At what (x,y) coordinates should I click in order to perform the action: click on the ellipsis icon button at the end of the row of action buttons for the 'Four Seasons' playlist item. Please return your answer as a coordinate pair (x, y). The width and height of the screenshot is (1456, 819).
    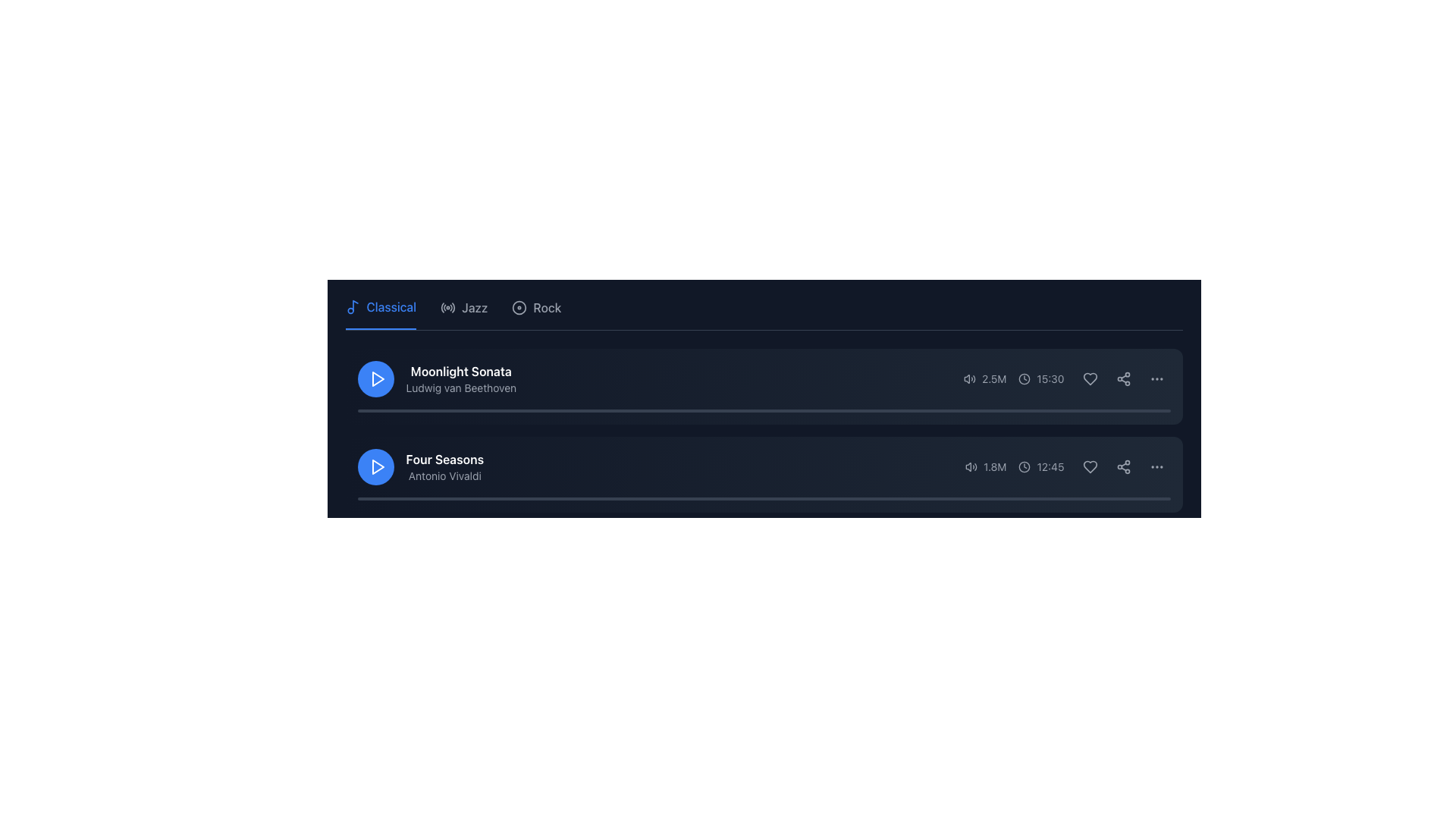
    Looking at the image, I should click on (1156, 466).